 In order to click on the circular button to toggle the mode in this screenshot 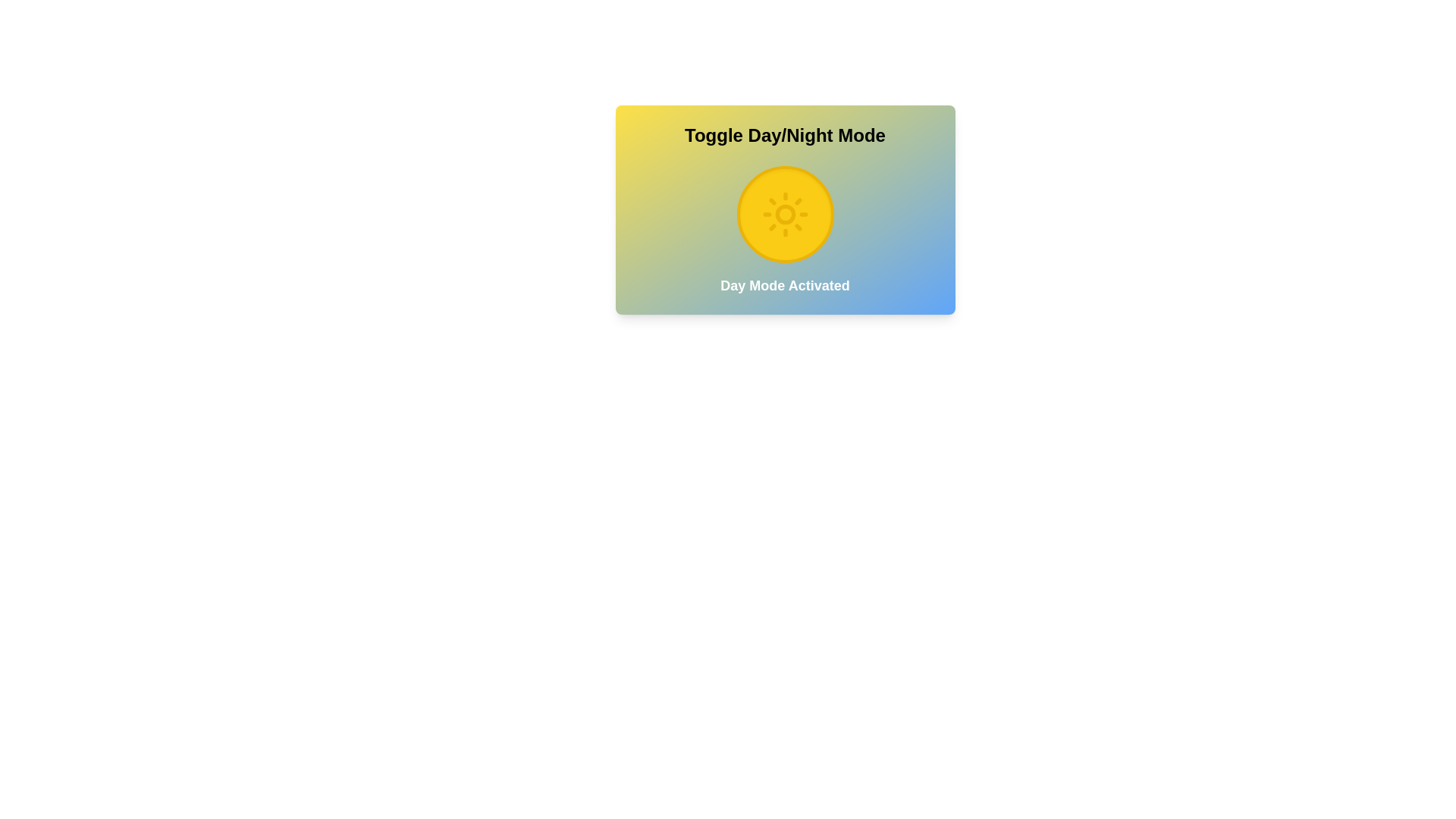, I will do `click(785, 214)`.